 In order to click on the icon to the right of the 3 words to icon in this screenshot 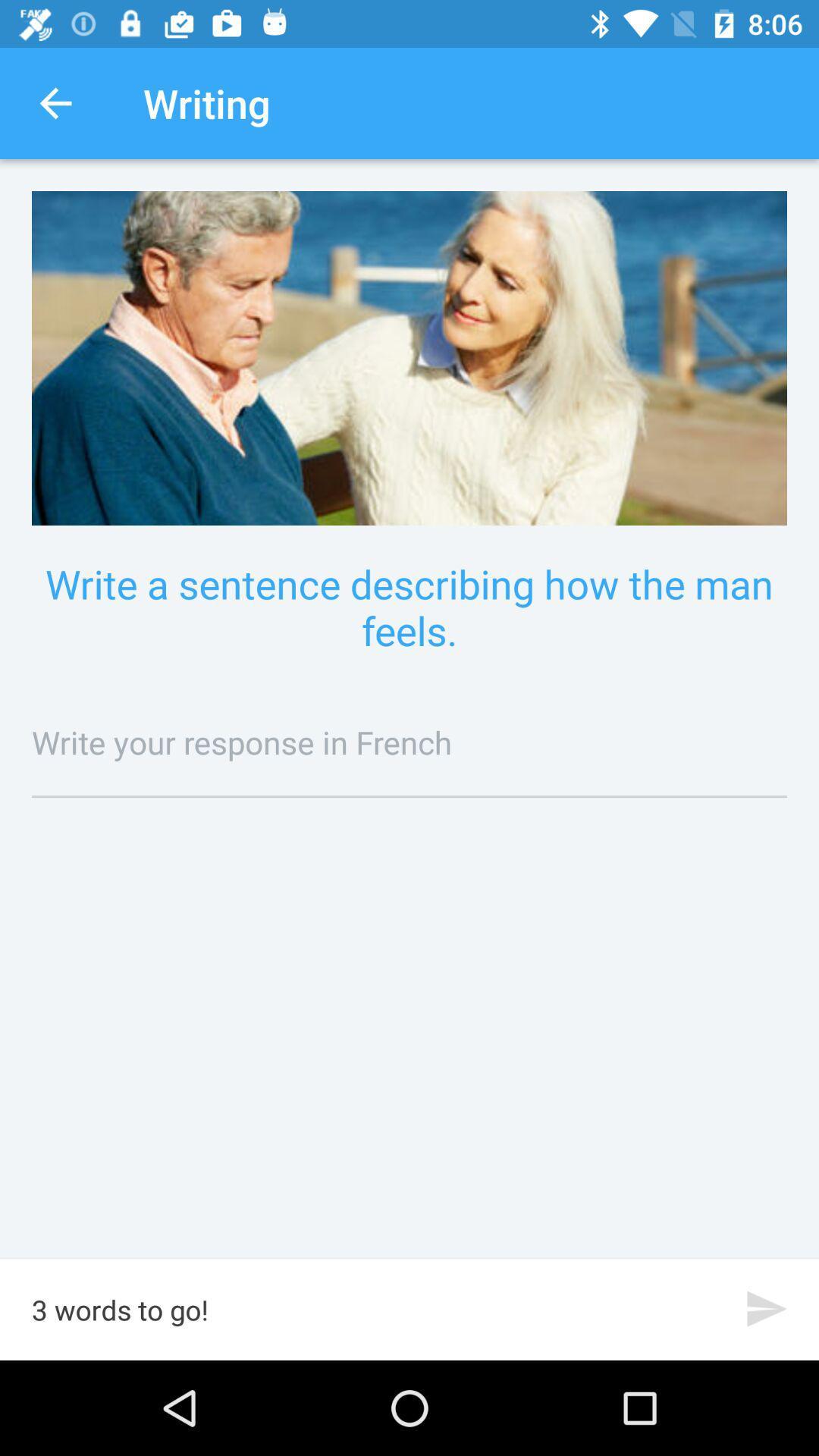, I will do `click(767, 1308)`.